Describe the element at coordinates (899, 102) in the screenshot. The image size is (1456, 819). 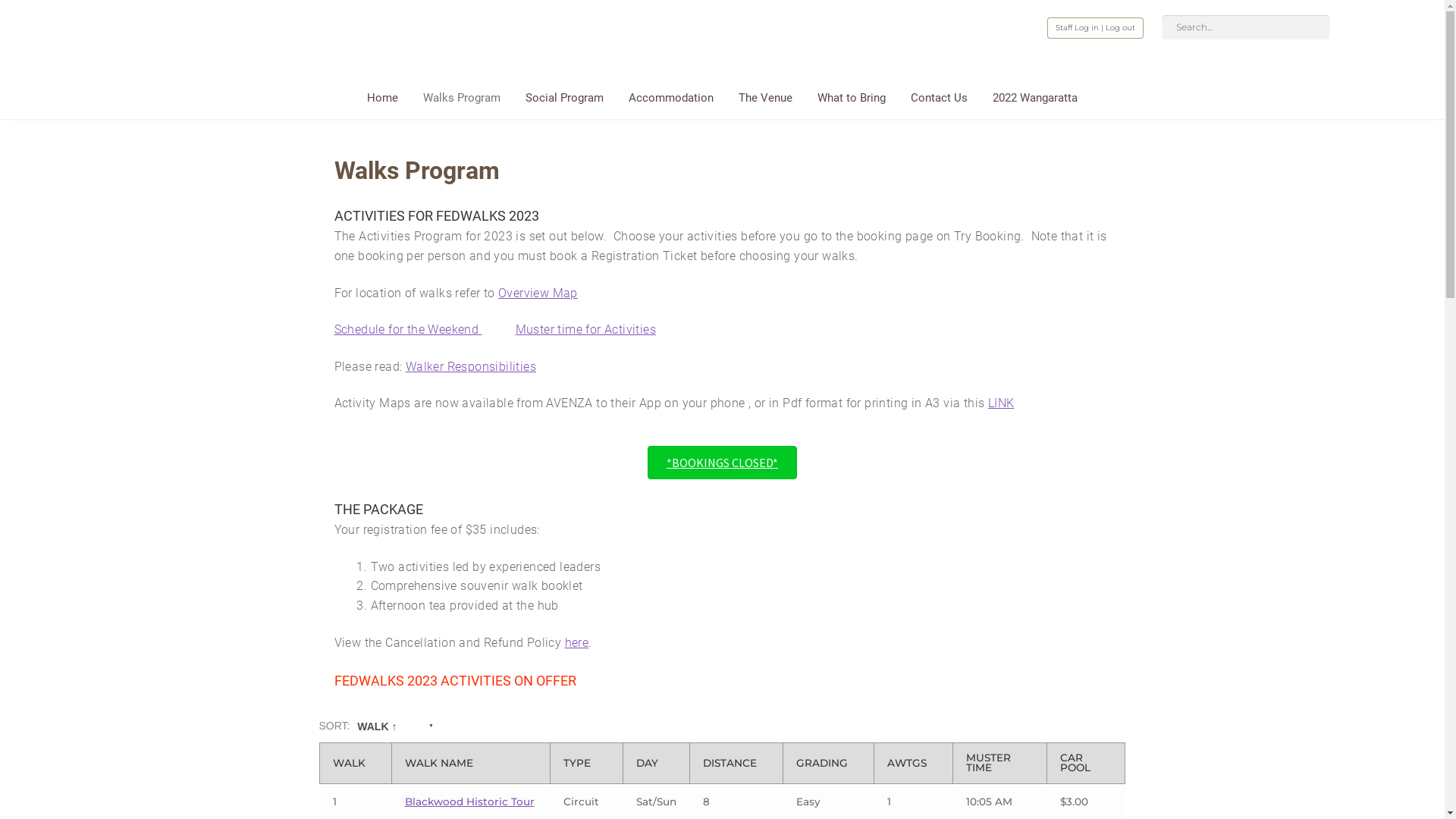
I see `'Contact Us'` at that location.